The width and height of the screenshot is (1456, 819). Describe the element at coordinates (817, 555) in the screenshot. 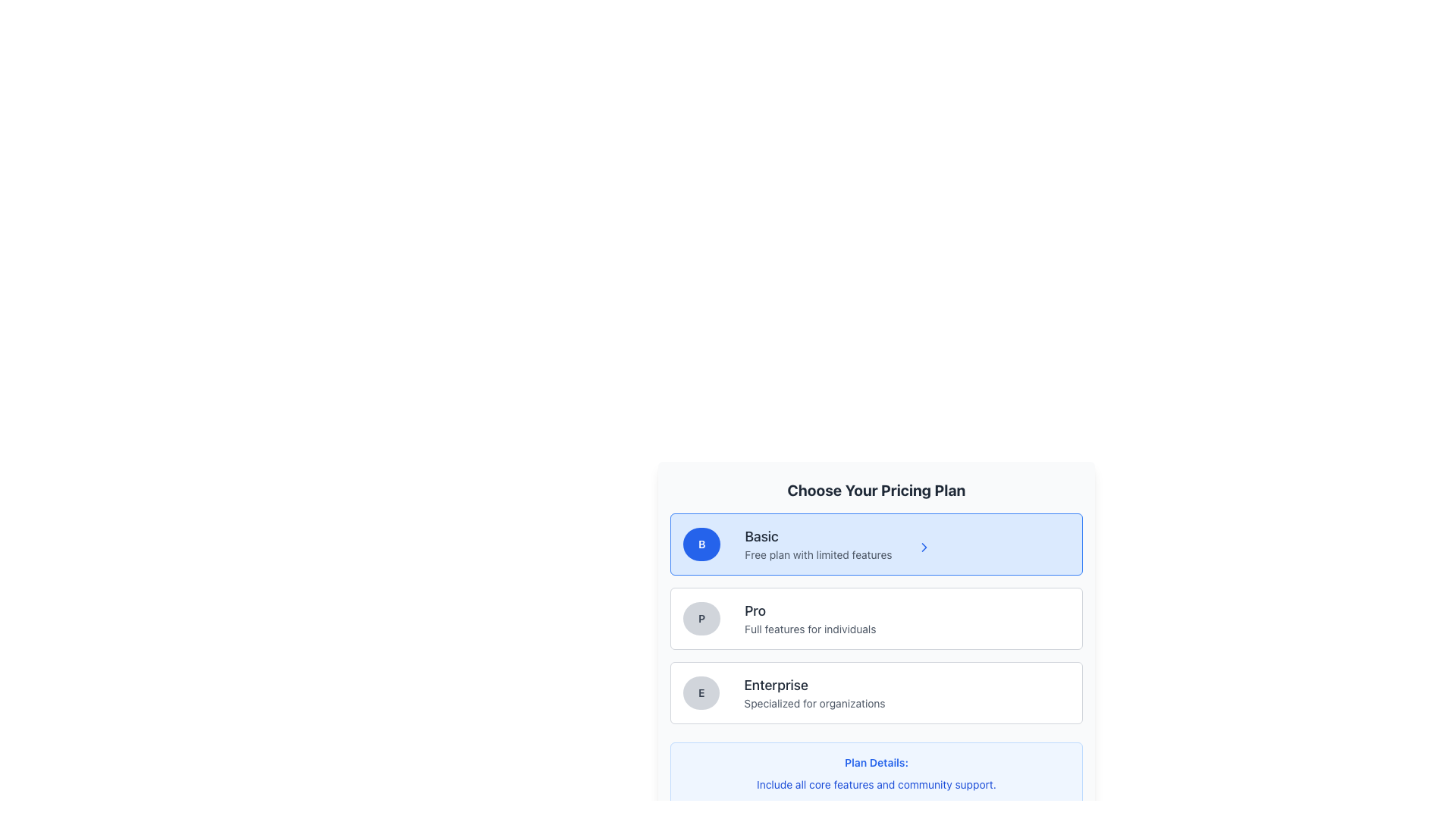

I see `the textual description reading 'Free plan with limited features.' which is located beneath the title 'Basic' in the pricing plan card` at that location.